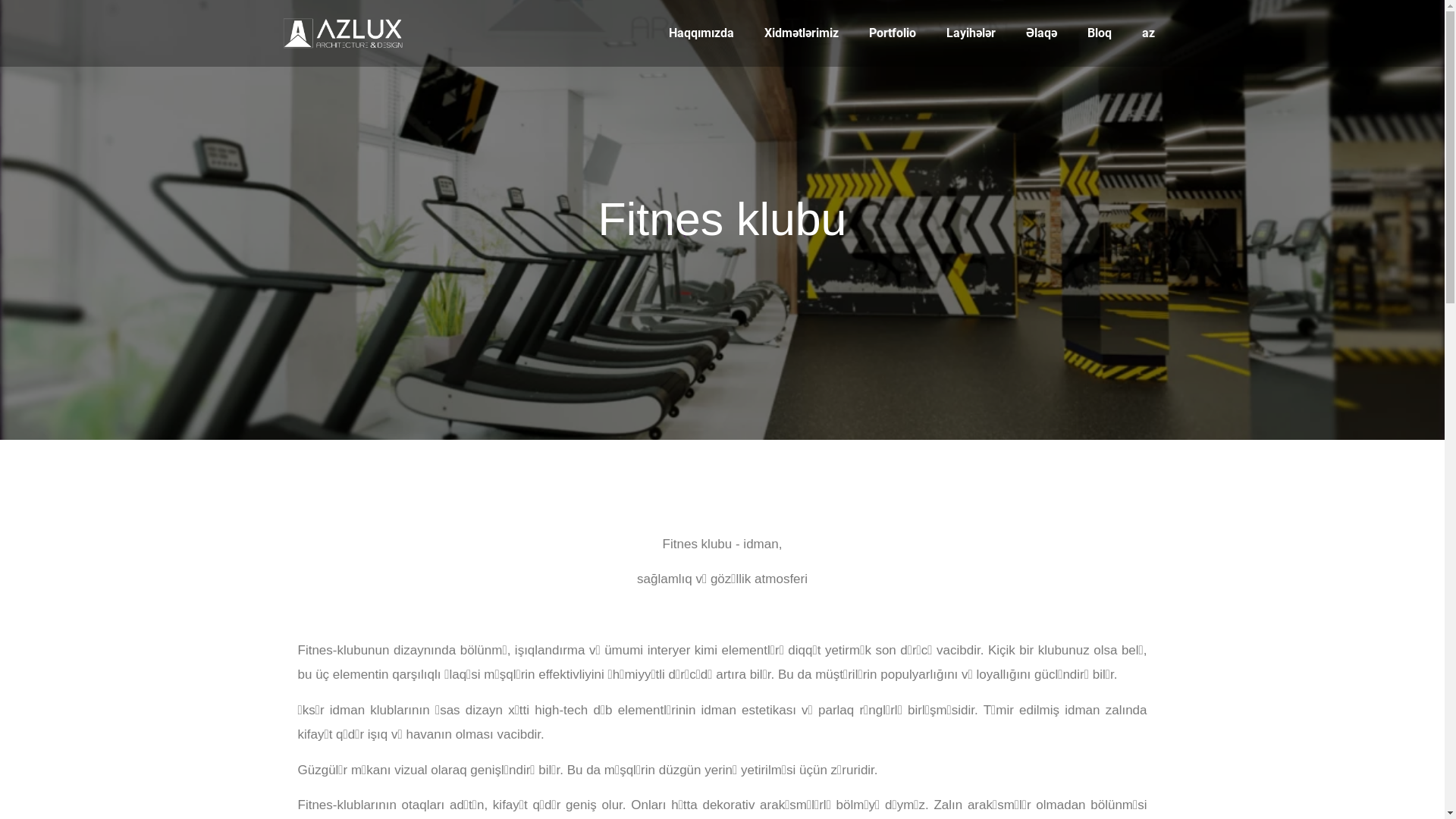  I want to click on 'Bloq', so click(1099, 33).